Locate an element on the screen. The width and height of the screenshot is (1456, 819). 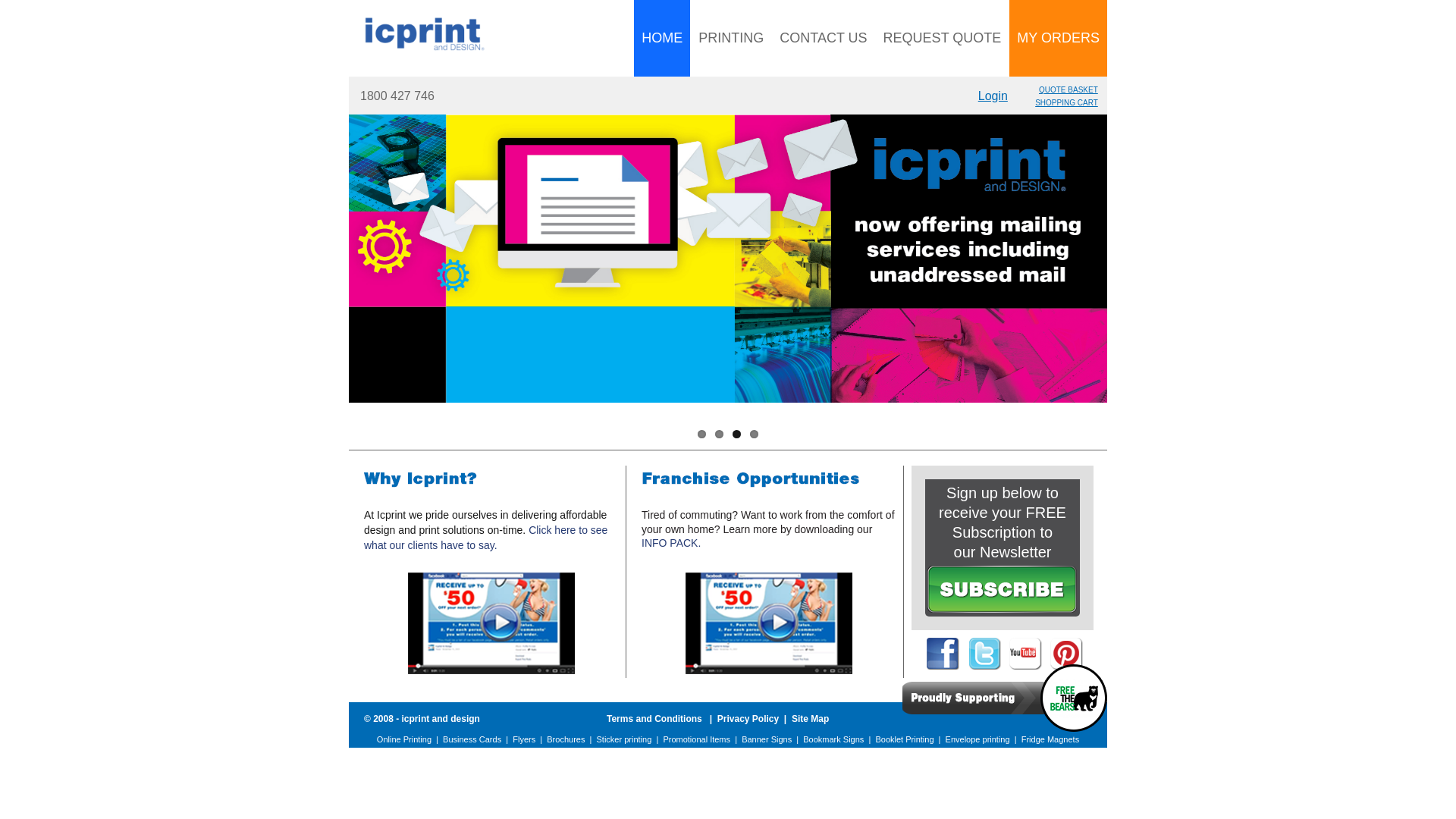
'Online Printing' is located at coordinates (403, 739).